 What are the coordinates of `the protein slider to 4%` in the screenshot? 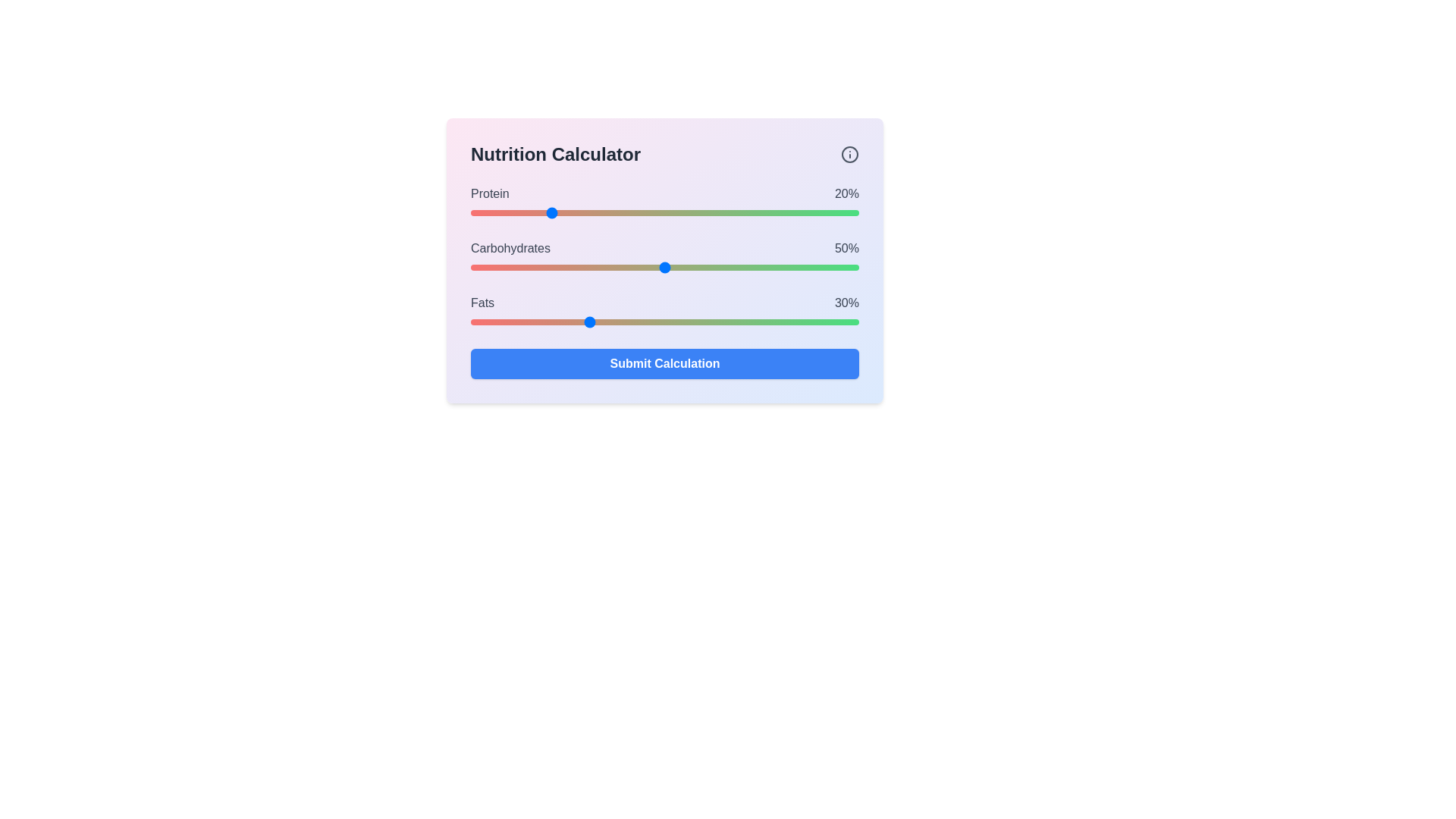 It's located at (486, 213).